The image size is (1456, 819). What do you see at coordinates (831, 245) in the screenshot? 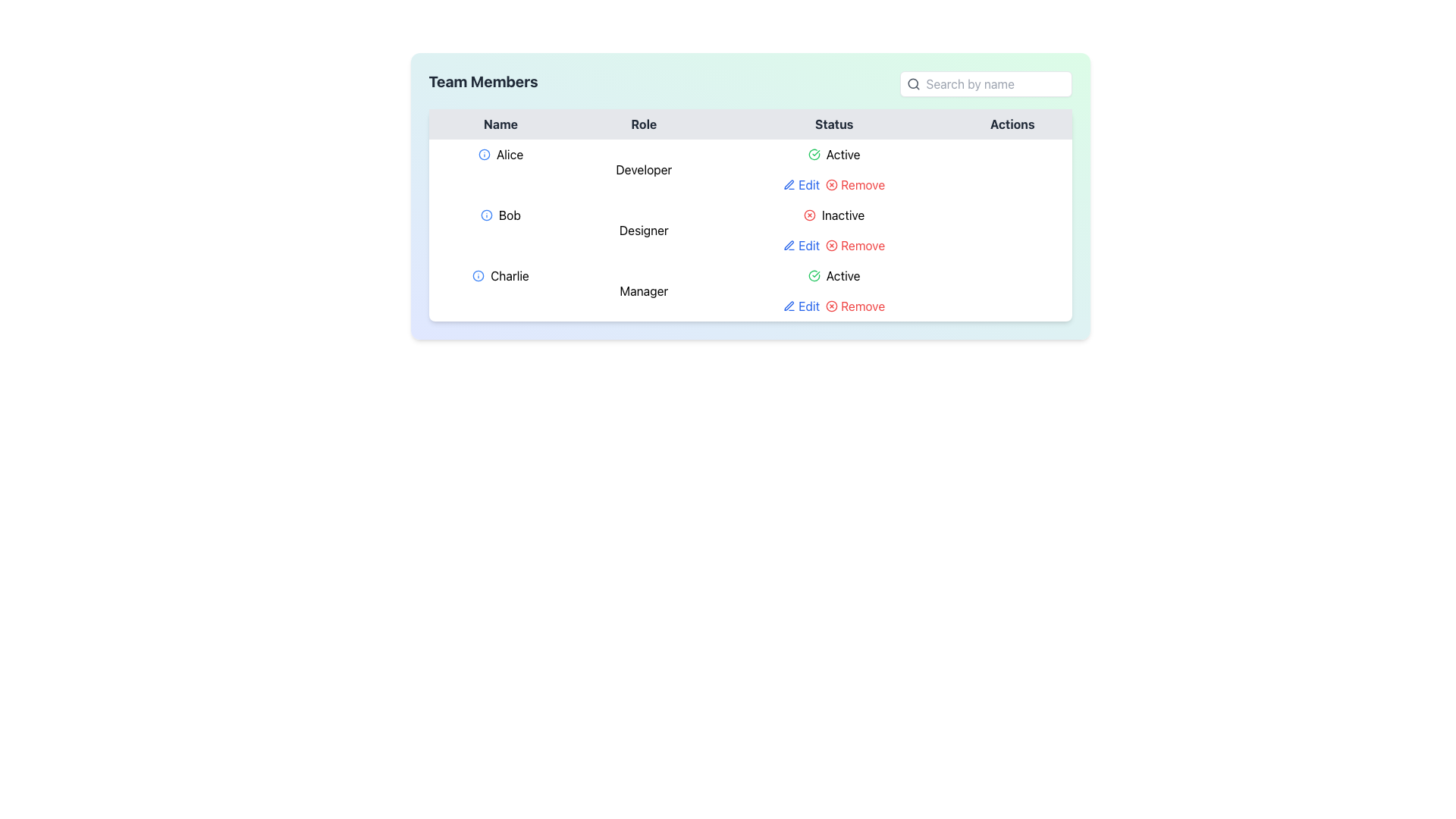
I see `the small red circular button with an 'x' icon, located in the 'Actions' column next to the 'Edit' button for the entry 'Bob'` at bounding box center [831, 245].